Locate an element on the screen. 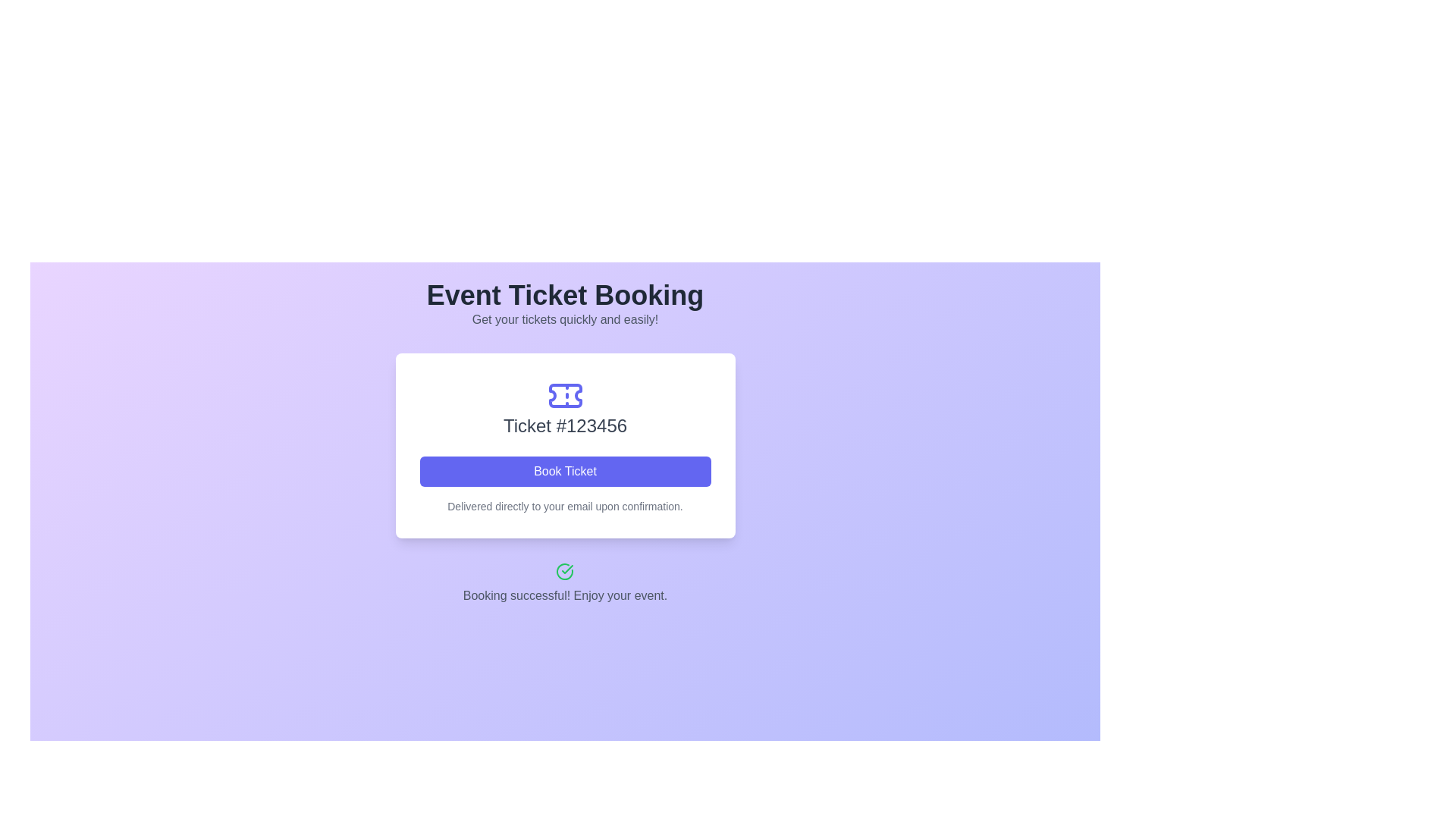 This screenshot has width=1456, height=819. the decorative icon representing a ticket, which is part of a larger SVG component located centrally above the text 'Ticket #123456' is located at coordinates (564, 394).